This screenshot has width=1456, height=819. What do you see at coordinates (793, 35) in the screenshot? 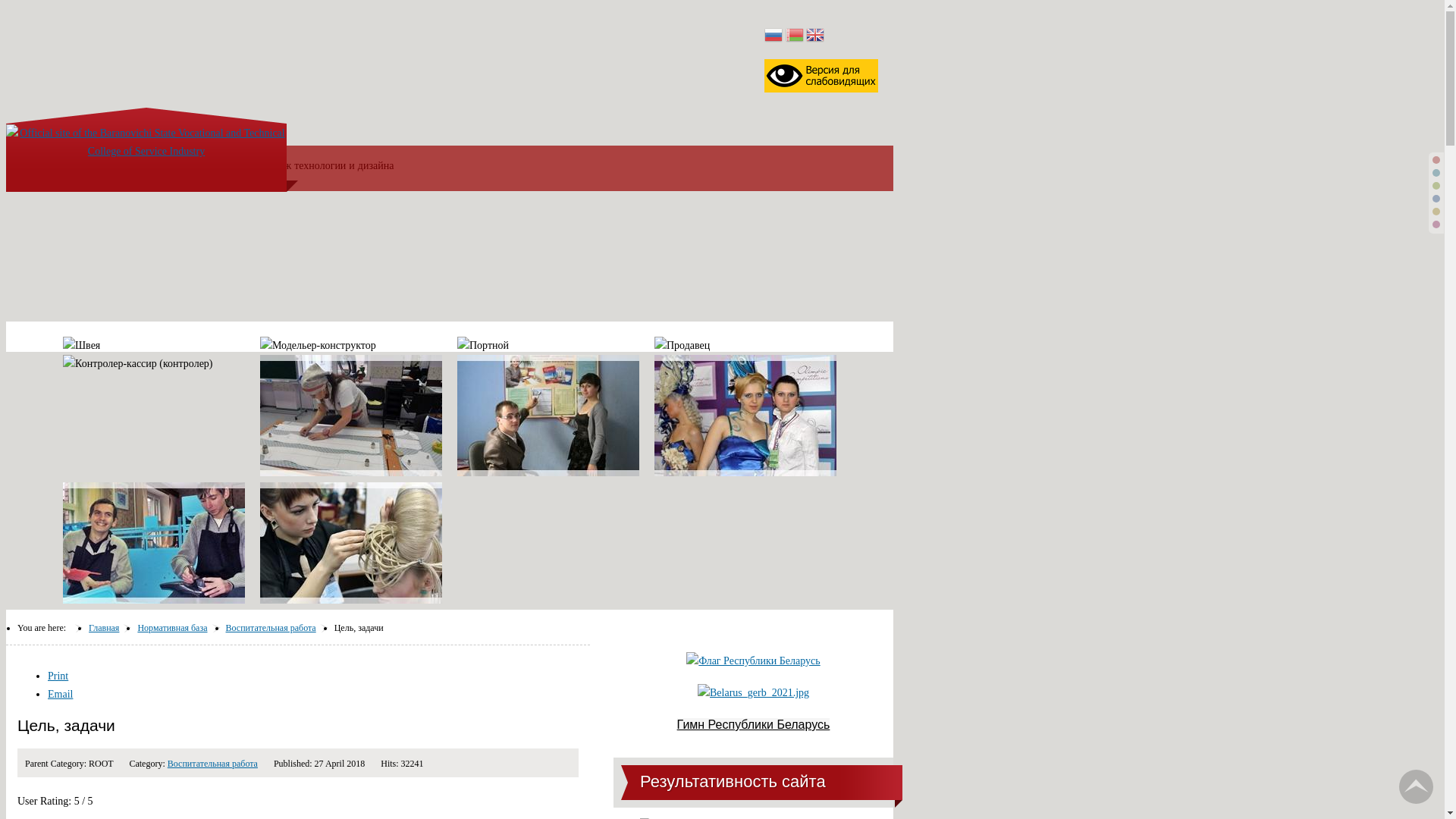
I see `'Belarusian'` at bounding box center [793, 35].